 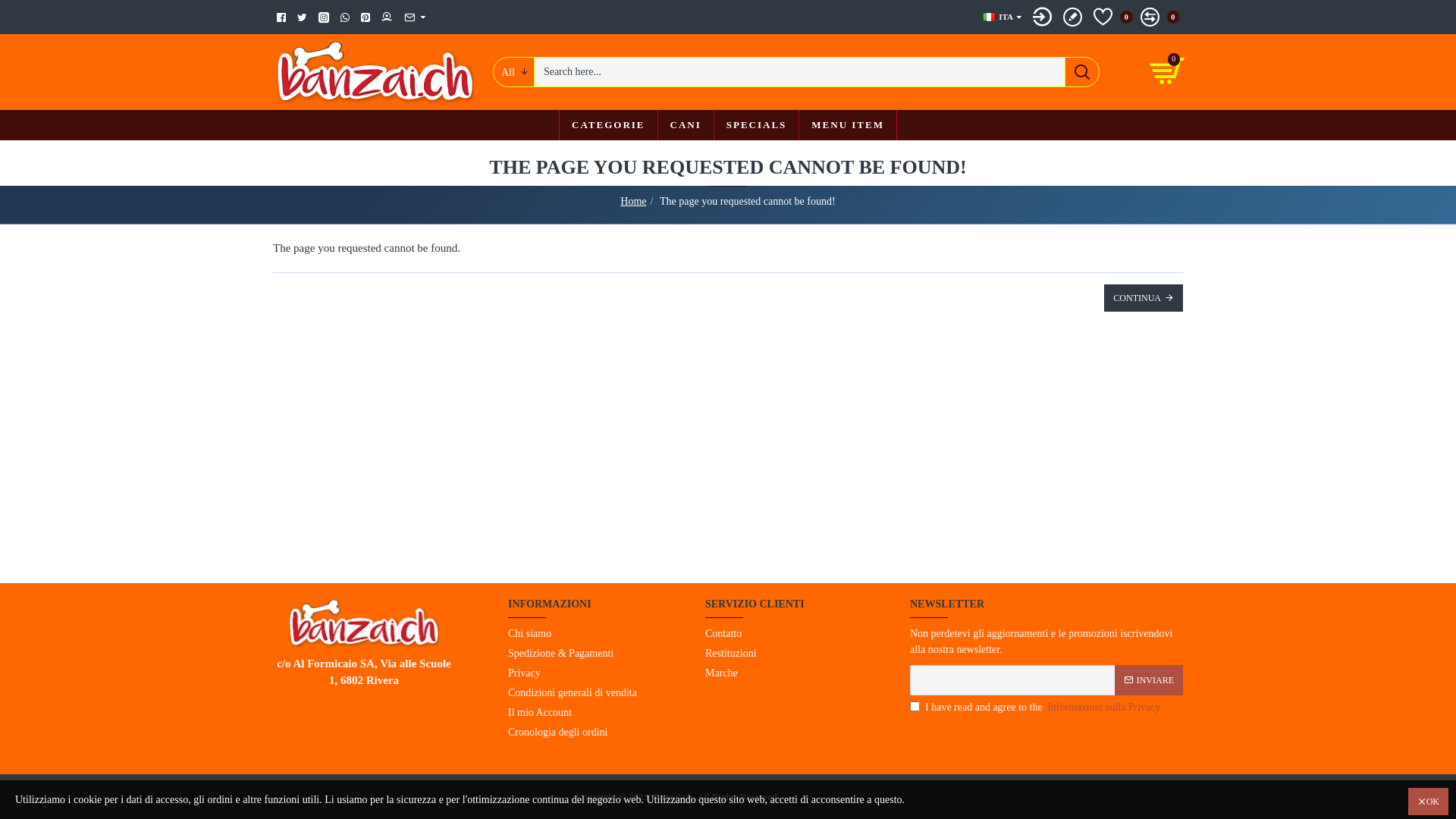 I want to click on 'Il mio Account', so click(x=539, y=714).